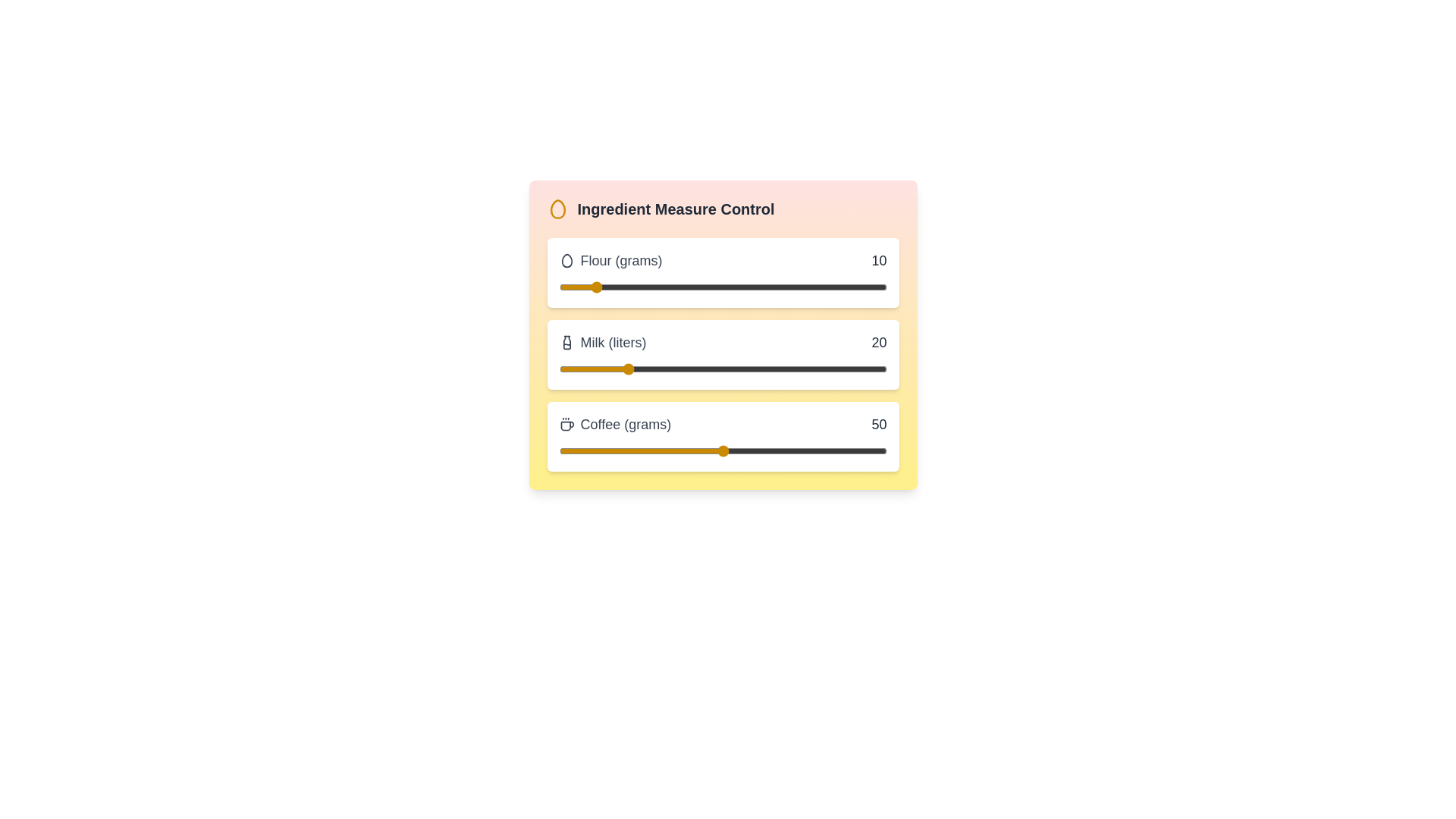  I want to click on the milk quantity, so click(768, 369).